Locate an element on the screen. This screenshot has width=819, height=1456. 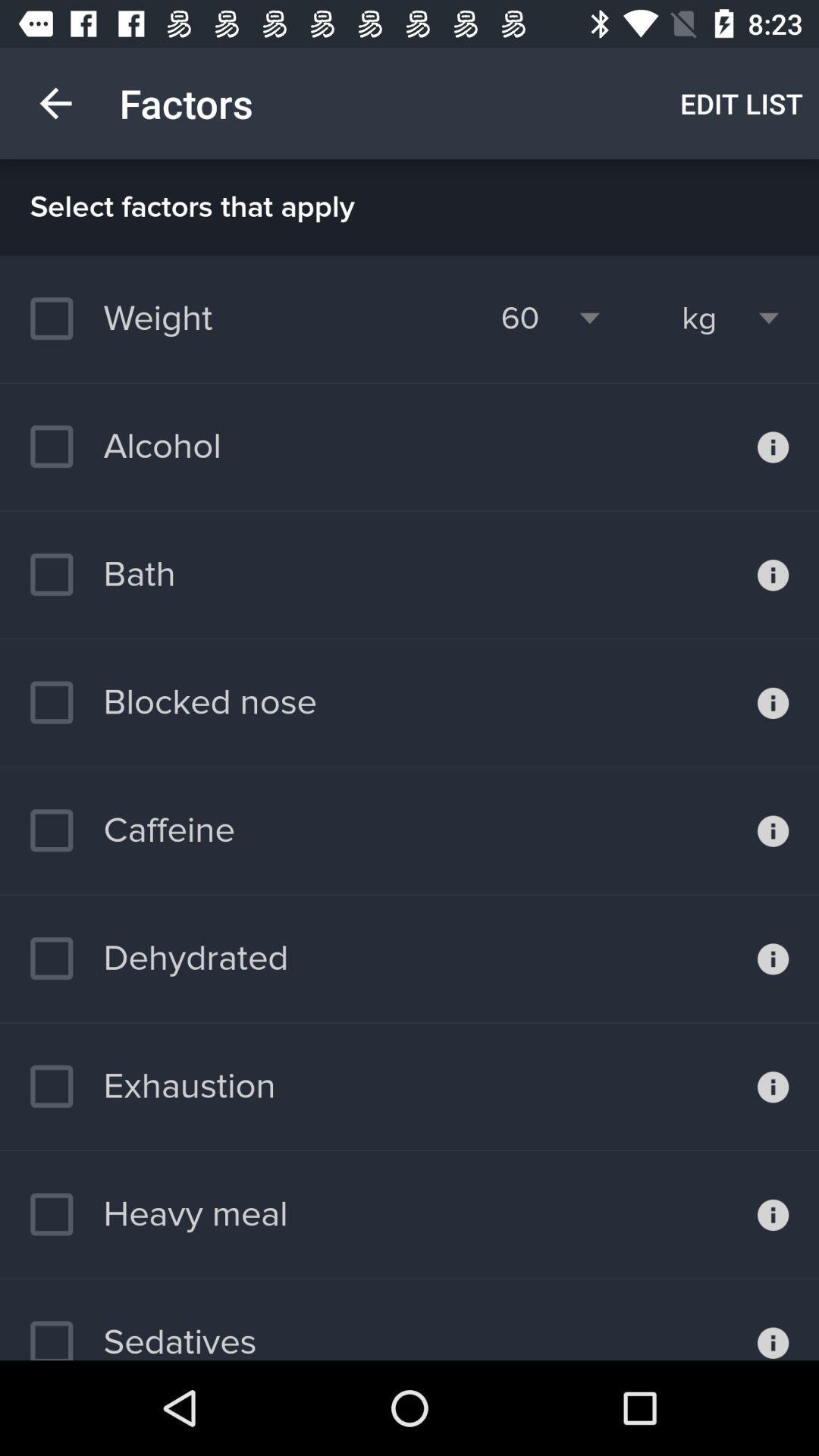
the icon above select factors that icon is located at coordinates (741, 102).